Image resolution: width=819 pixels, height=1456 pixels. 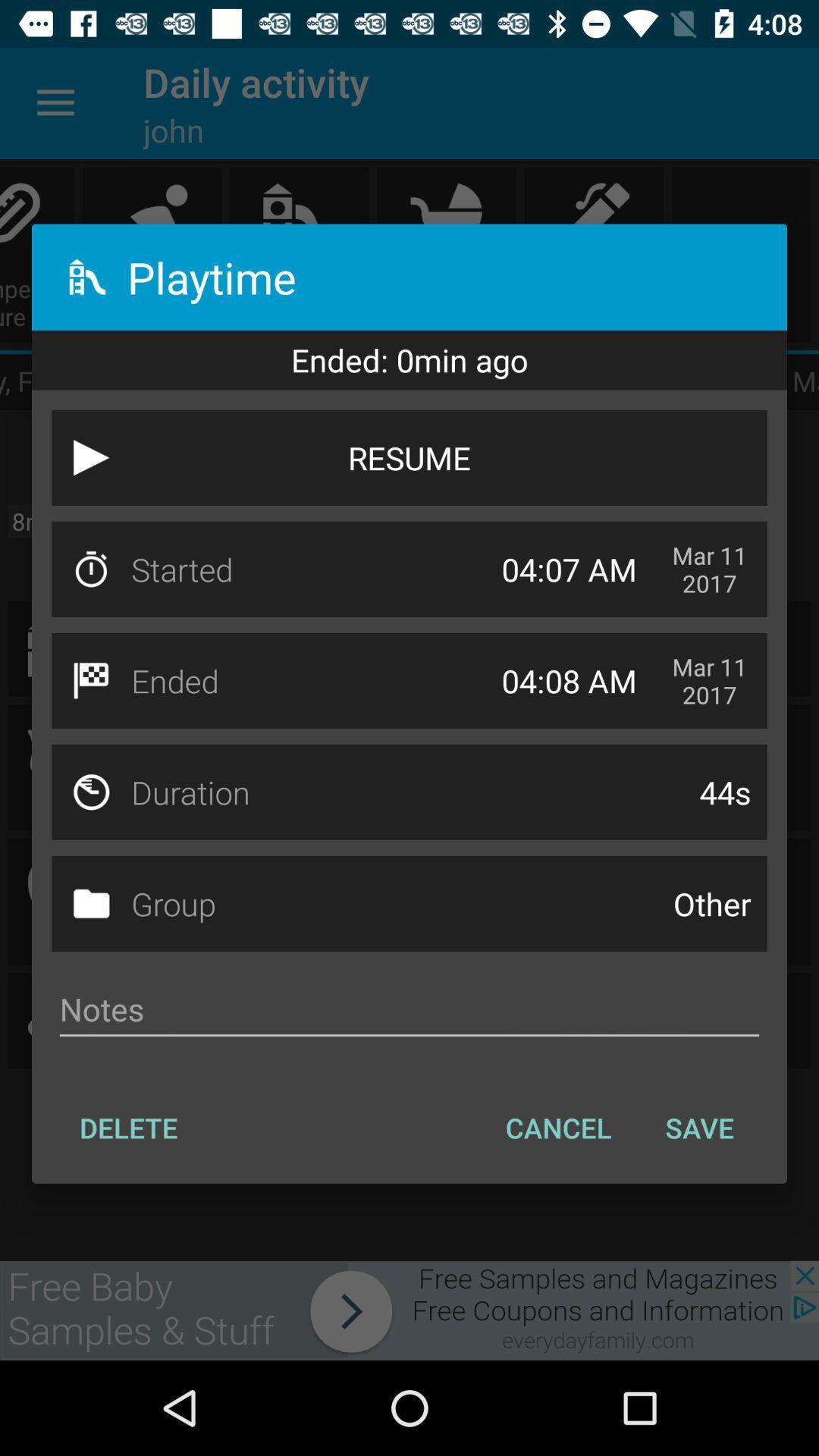 I want to click on the icon to the right of the delete item, so click(x=558, y=1128).